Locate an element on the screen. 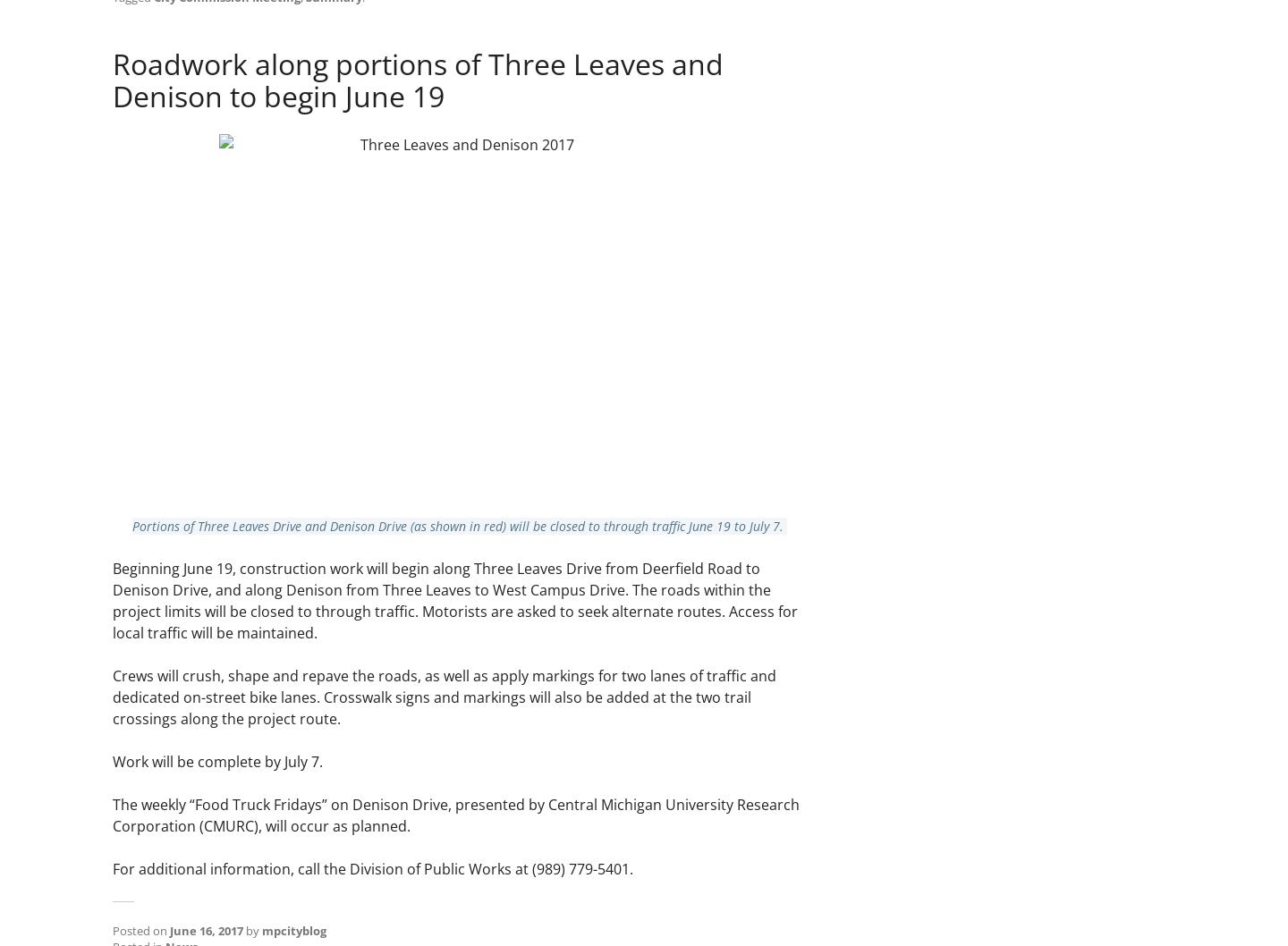  'Posted on' is located at coordinates (140, 929).